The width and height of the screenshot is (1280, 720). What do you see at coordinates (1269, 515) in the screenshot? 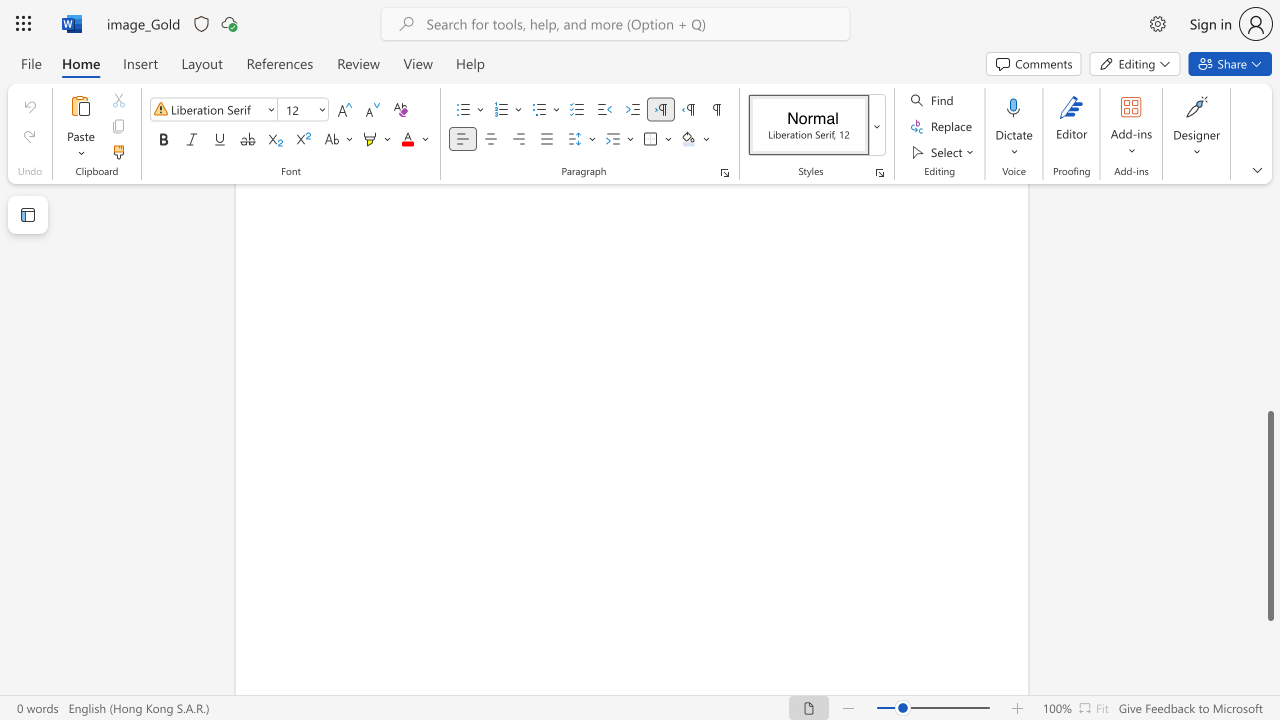
I see `the scrollbar and move down 30 pixels` at bounding box center [1269, 515].